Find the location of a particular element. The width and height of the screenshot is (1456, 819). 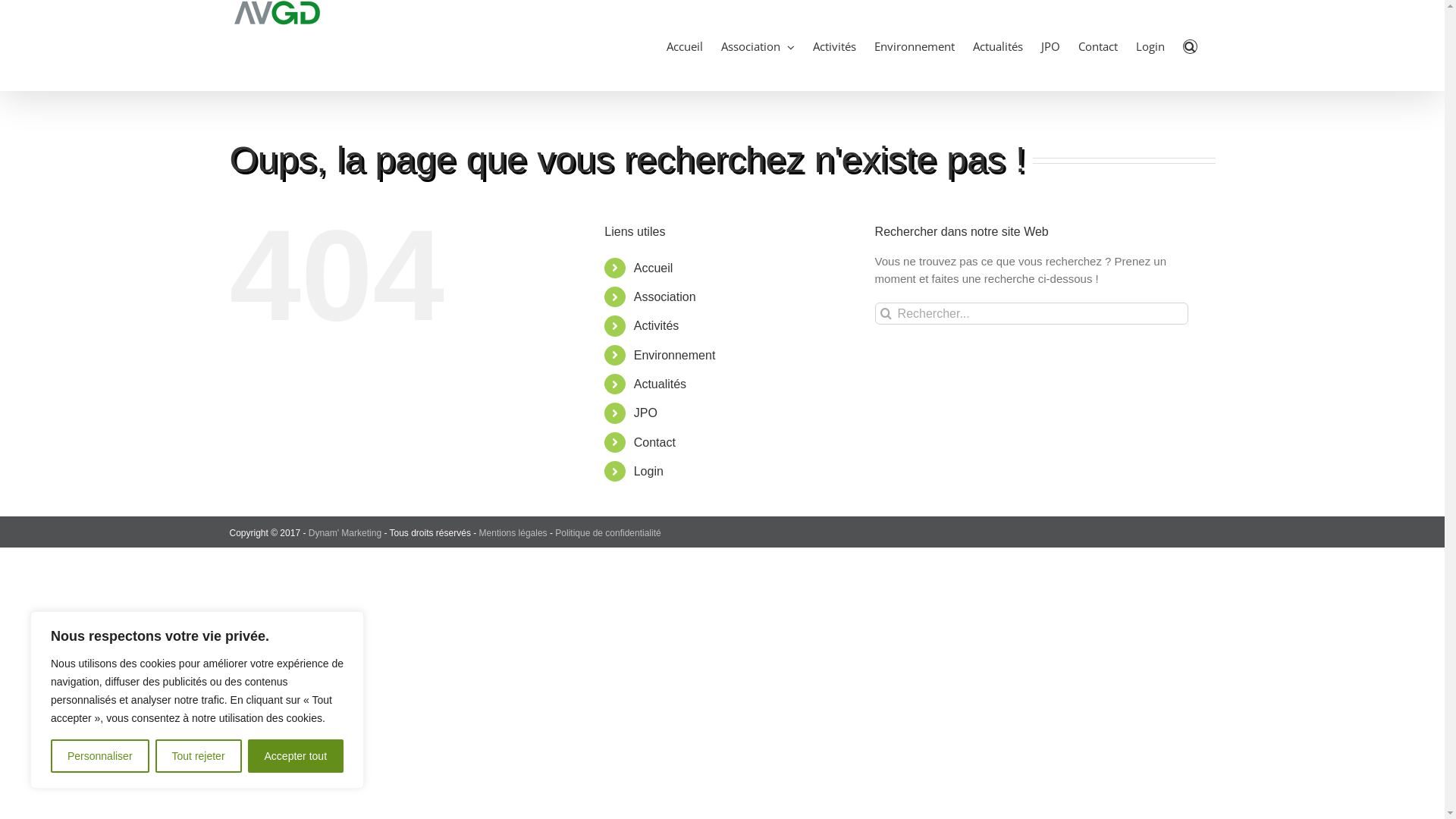

'Tout rejeter' is located at coordinates (198, 755).